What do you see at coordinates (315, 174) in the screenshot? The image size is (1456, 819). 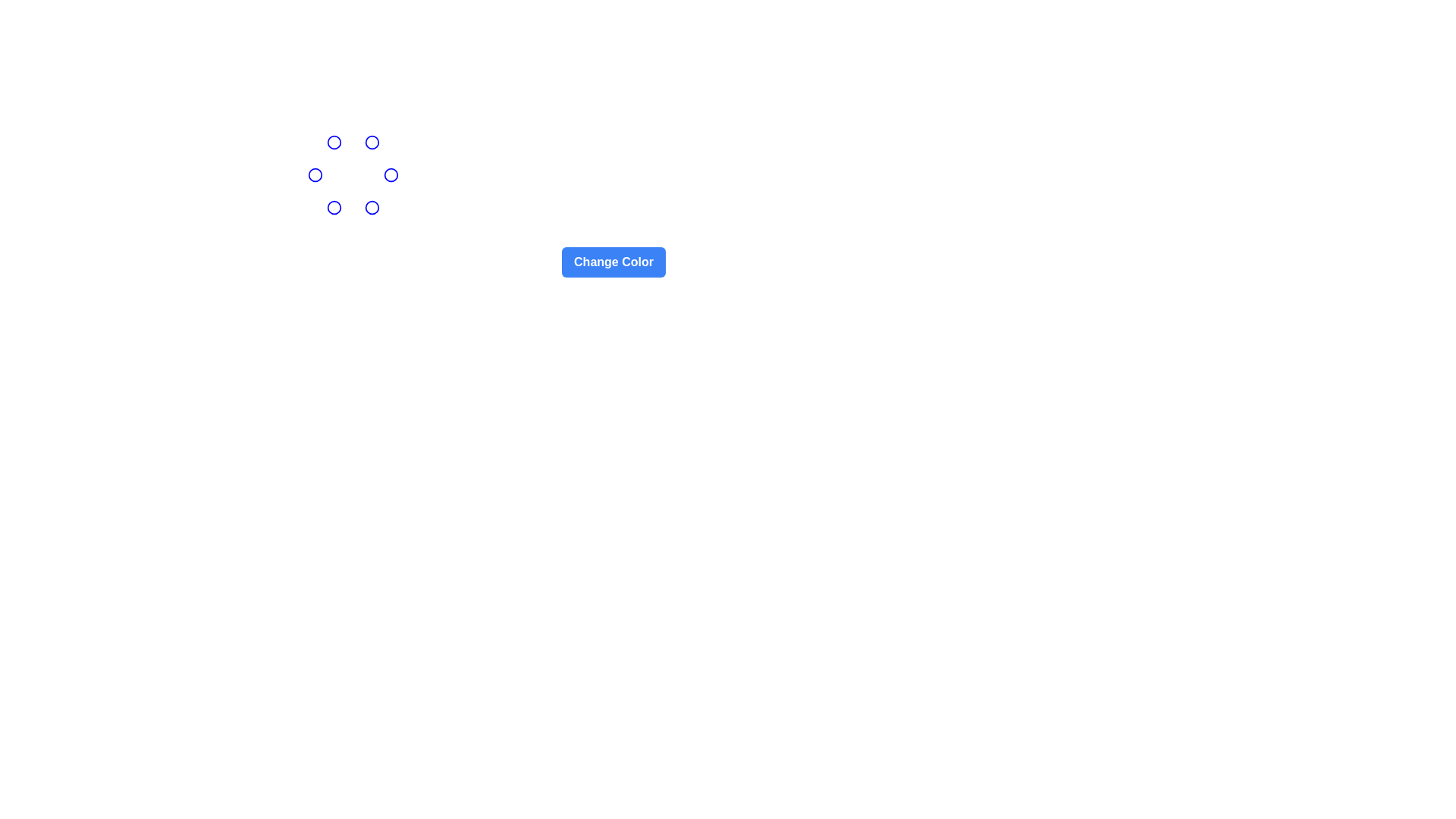 I see `the leftmost SVG circle graphic positioned in the left-middle section of a circular arrangement of elements` at bounding box center [315, 174].